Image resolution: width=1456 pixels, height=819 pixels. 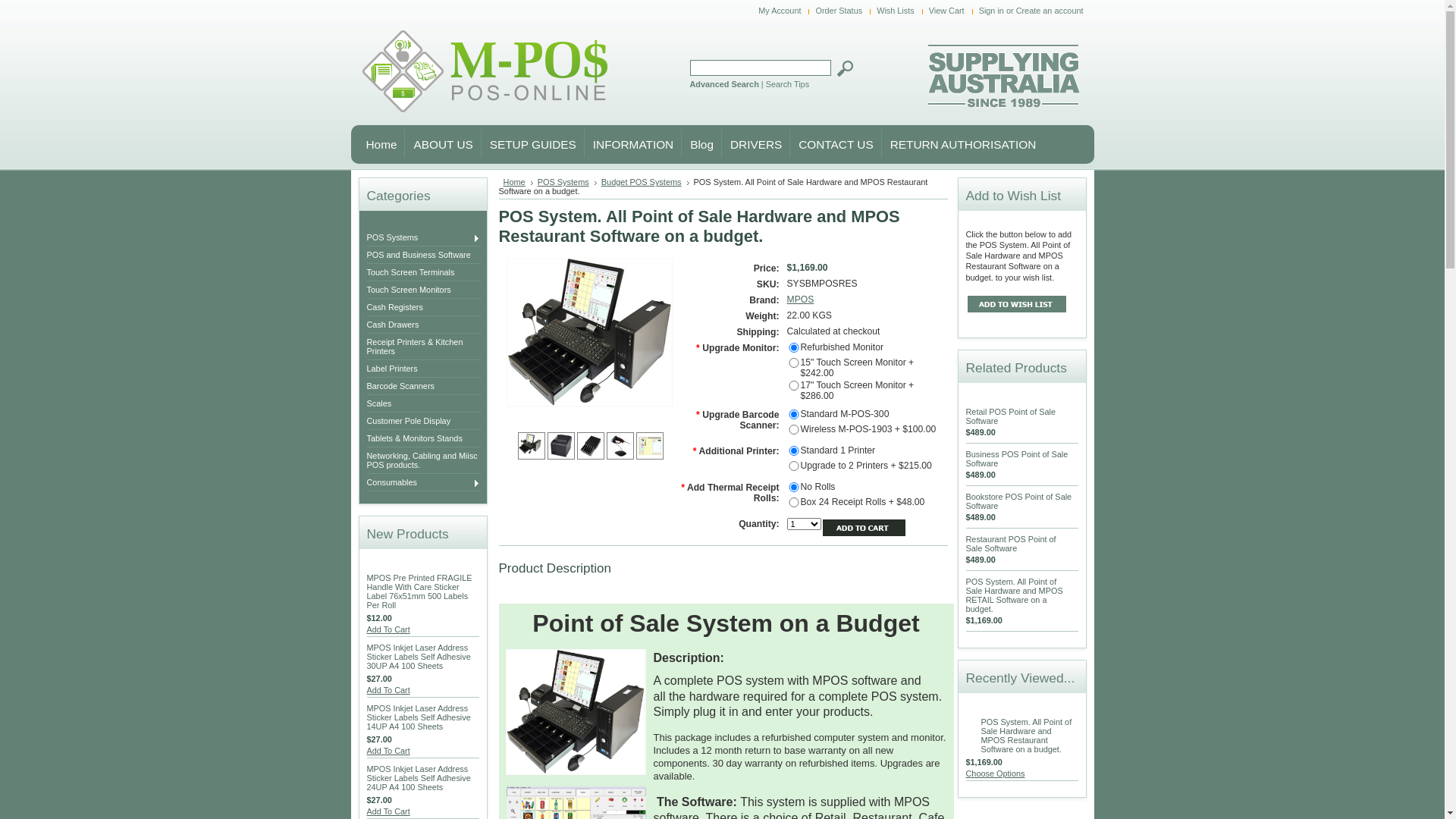 I want to click on 'Customer Pole Display', so click(x=425, y=421).